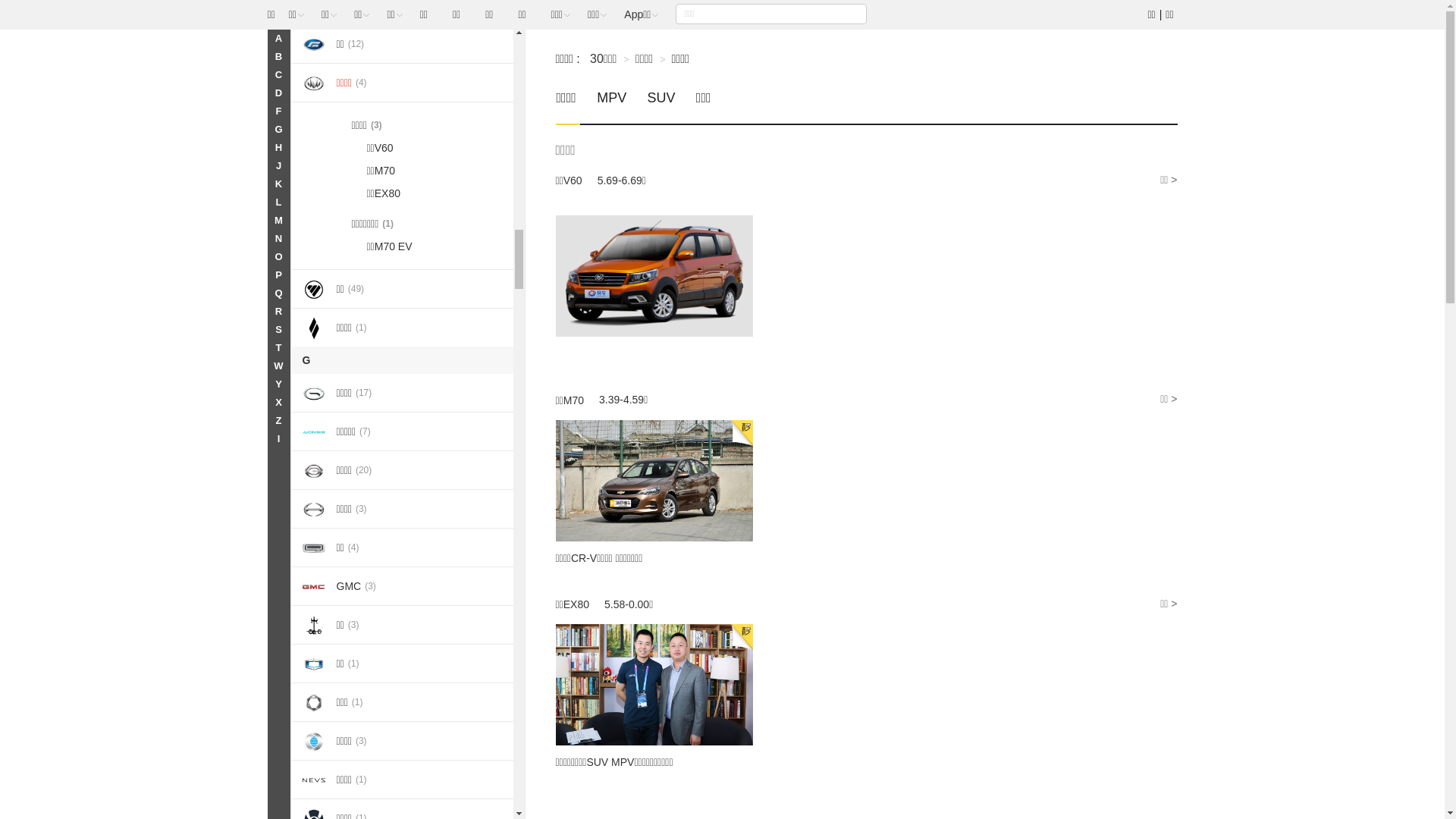 The width and height of the screenshot is (1456, 819). What do you see at coordinates (278, 166) in the screenshot?
I see `'J'` at bounding box center [278, 166].